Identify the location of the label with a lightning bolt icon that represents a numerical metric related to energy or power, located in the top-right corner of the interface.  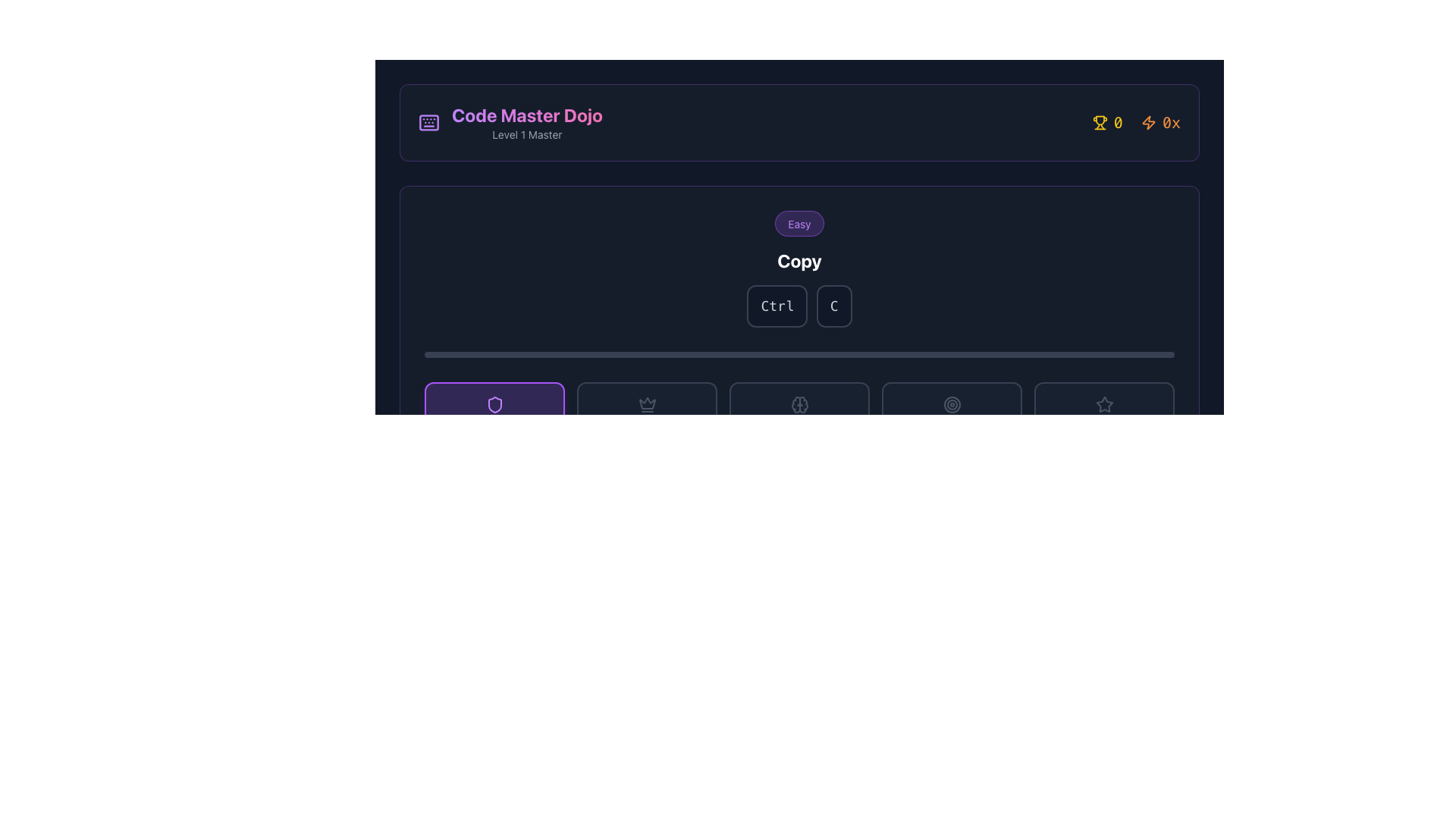
(1160, 122).